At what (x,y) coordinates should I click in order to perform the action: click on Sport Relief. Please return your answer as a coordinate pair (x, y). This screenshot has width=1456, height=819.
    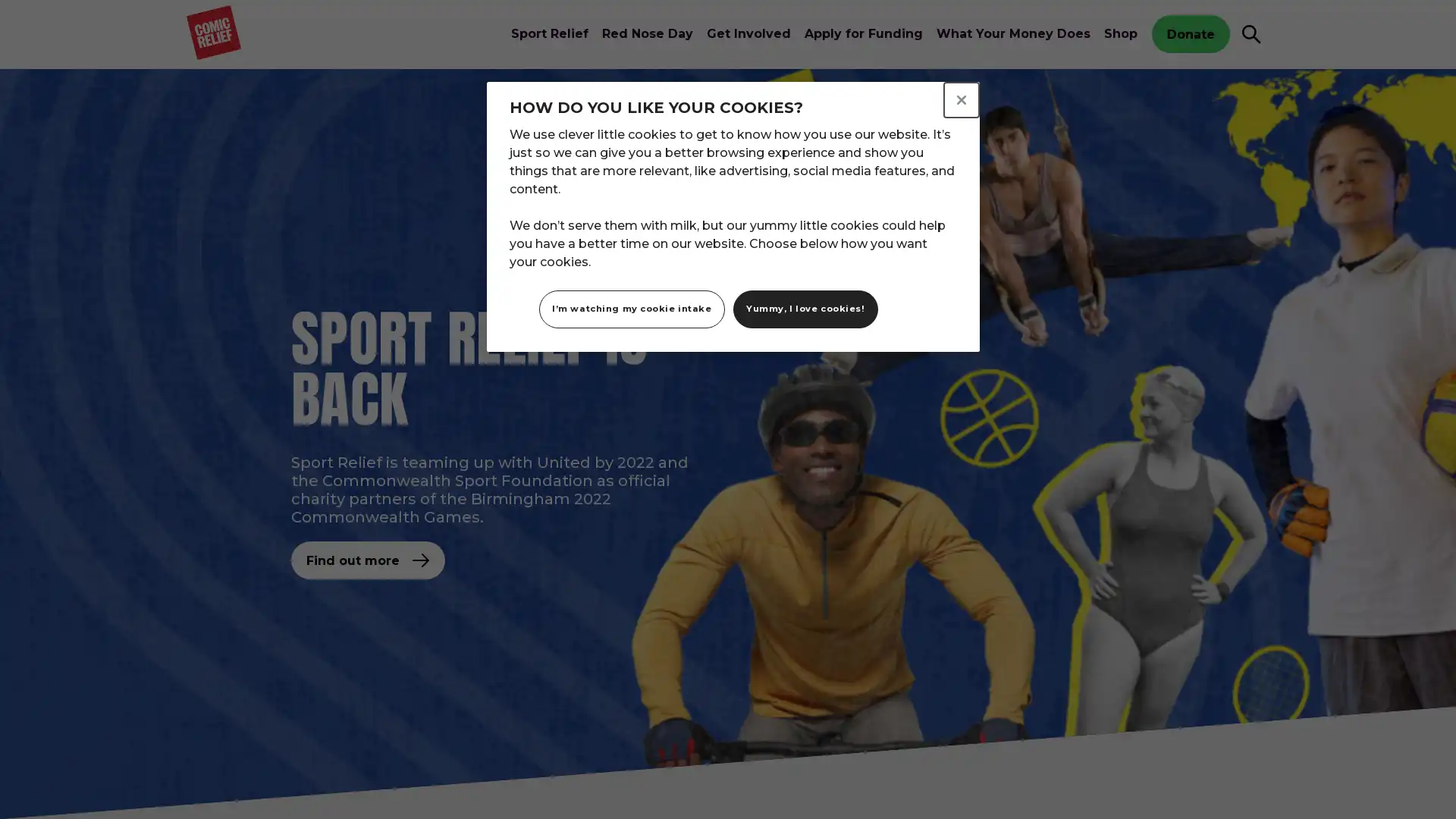
    Looking at the image, I should click on (548, 34).